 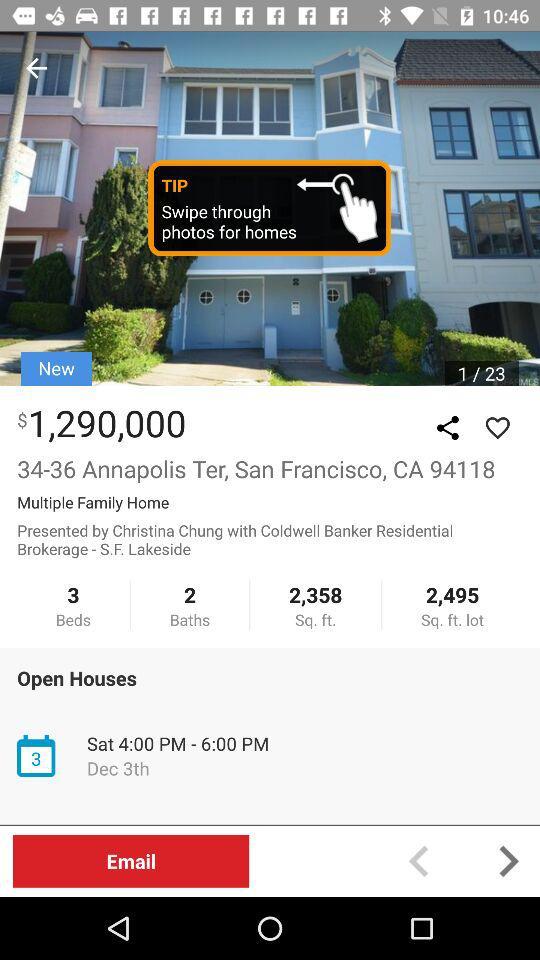 I want to click on share the advertisement, so click(x=447, y=428).